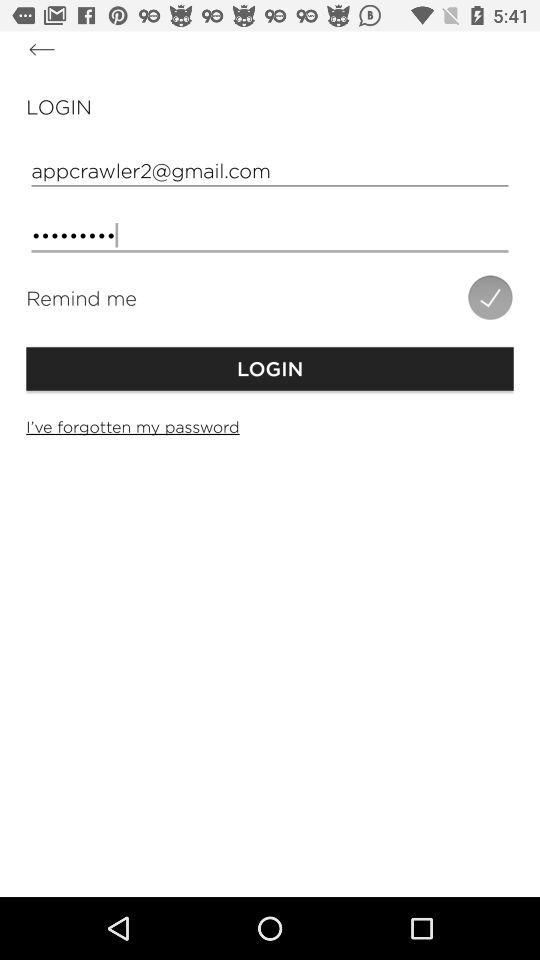 The image size is (540, 960). What do you see at coordinates (270, 426) in the screenshot?
I see `item below the login item` at bounding box center [270, 426].